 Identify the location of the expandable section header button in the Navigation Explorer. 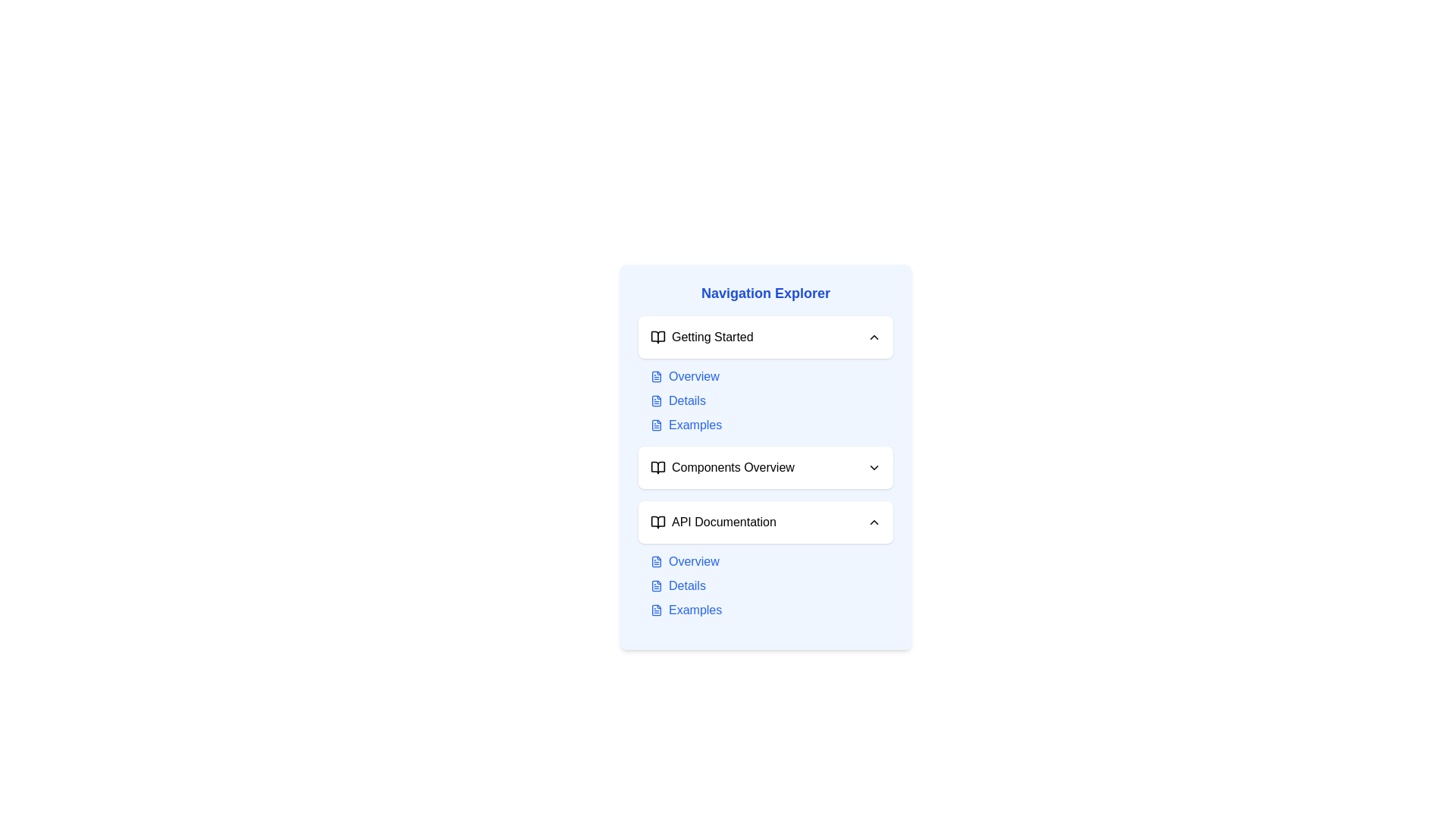
(765, 467).